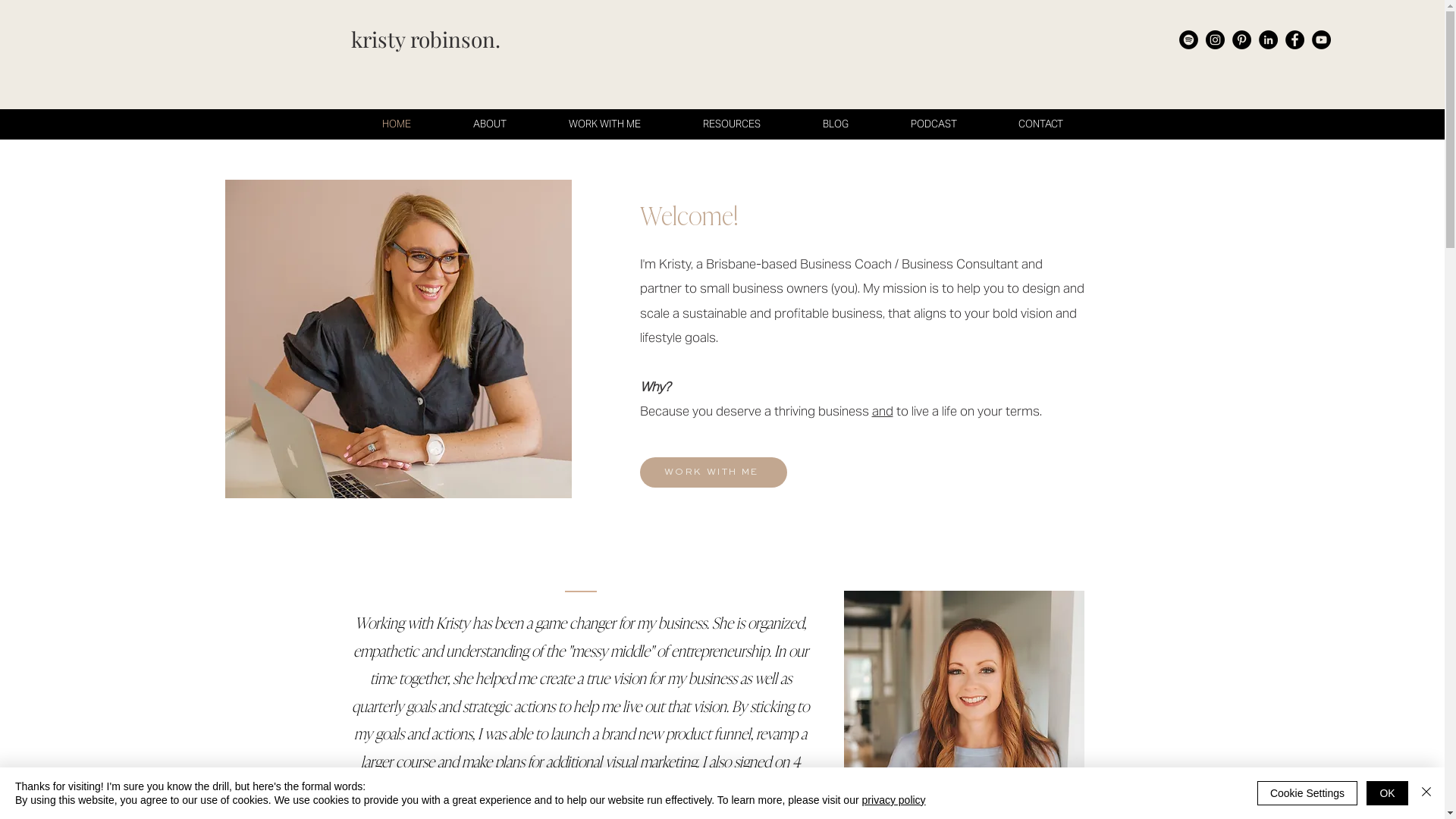  Describe the element at coordinates (712, 472) in the screenshot. I see `'WORK WITH ME'` at that location.